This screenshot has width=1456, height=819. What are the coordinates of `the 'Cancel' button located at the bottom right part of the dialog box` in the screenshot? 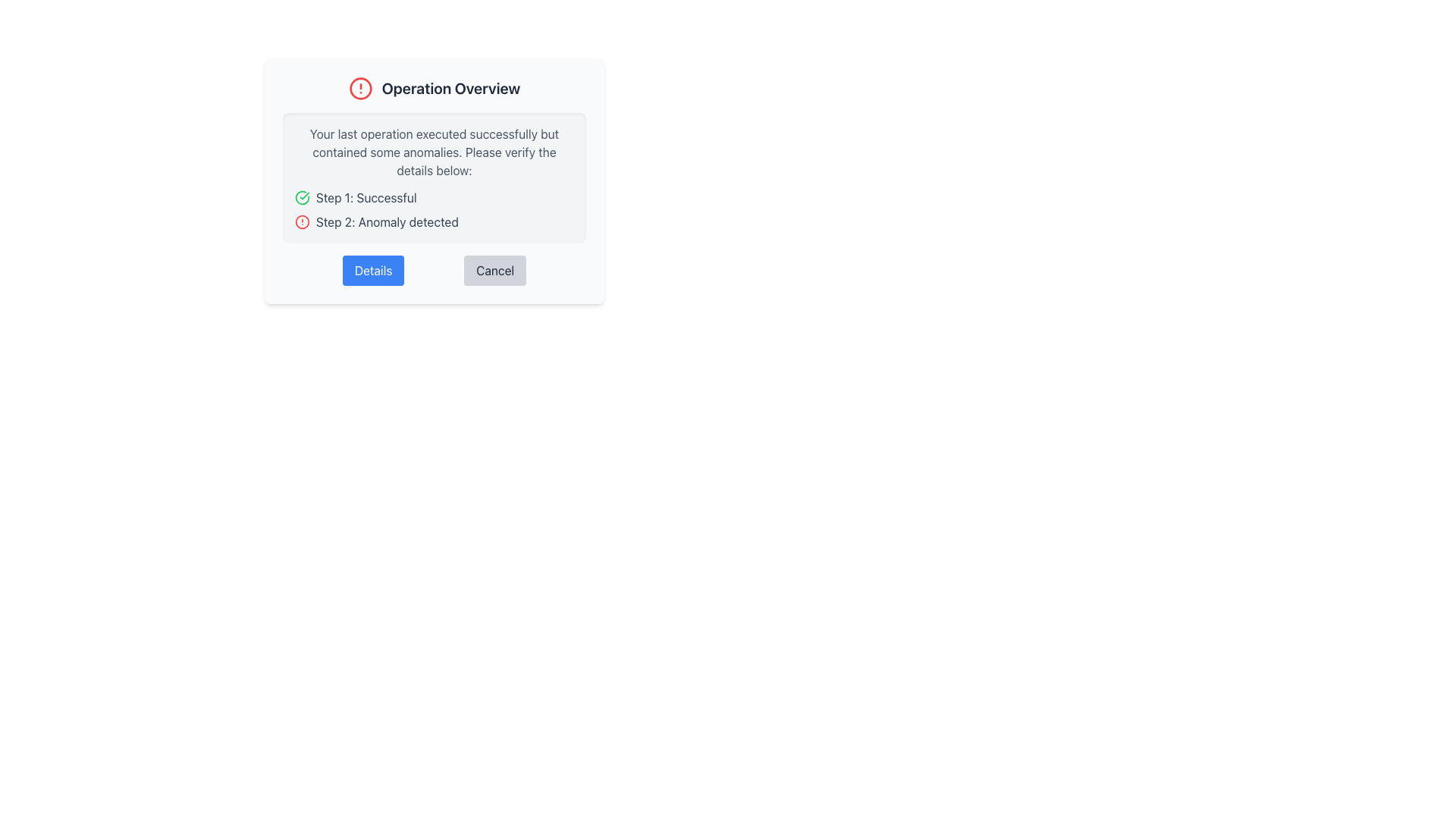 It's located at (495, 270).